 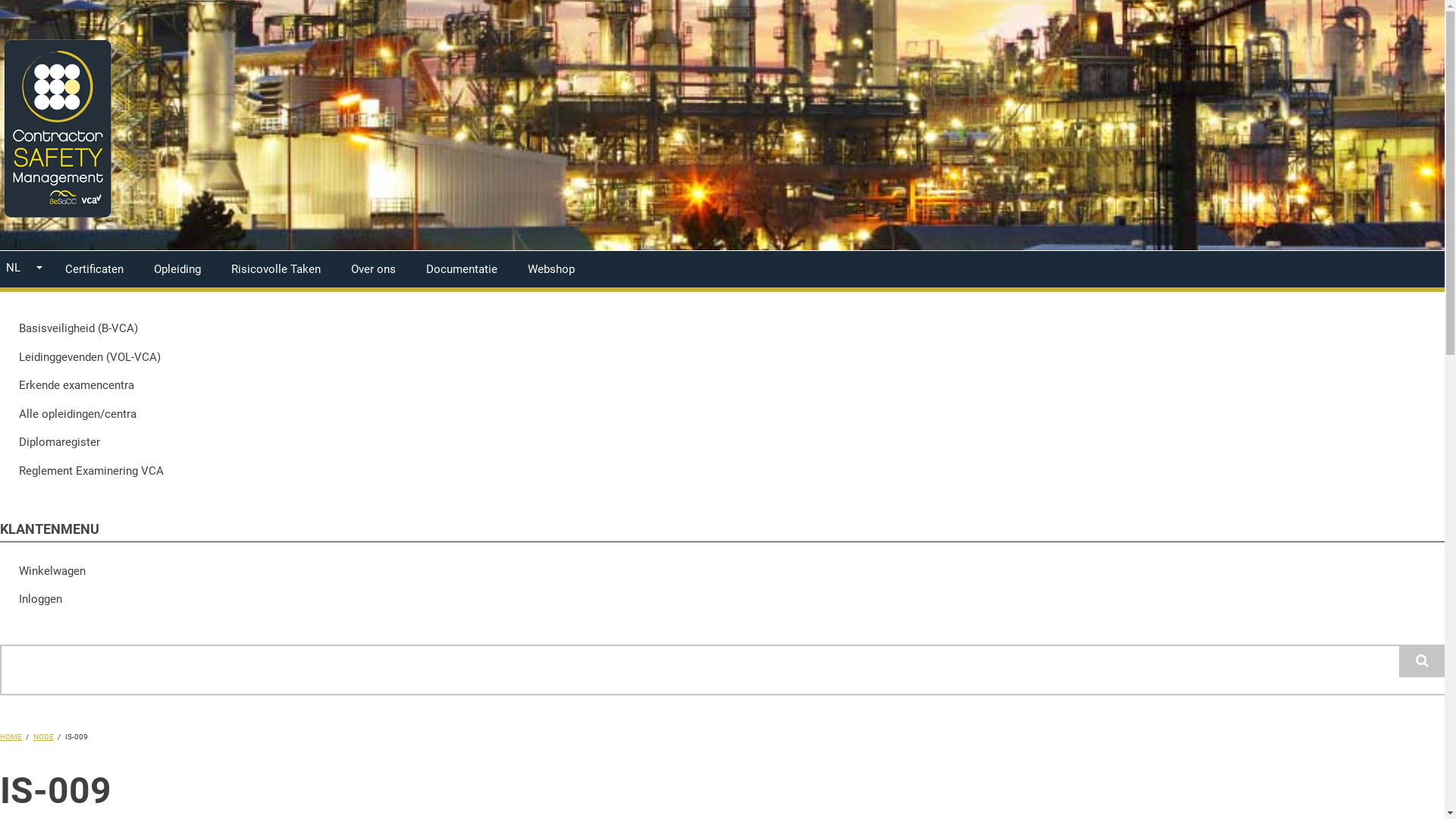 What do you see at coordinates (177, 268) in the screenshot?
I see `'Opleiding'` at bounding box center [177, 268].